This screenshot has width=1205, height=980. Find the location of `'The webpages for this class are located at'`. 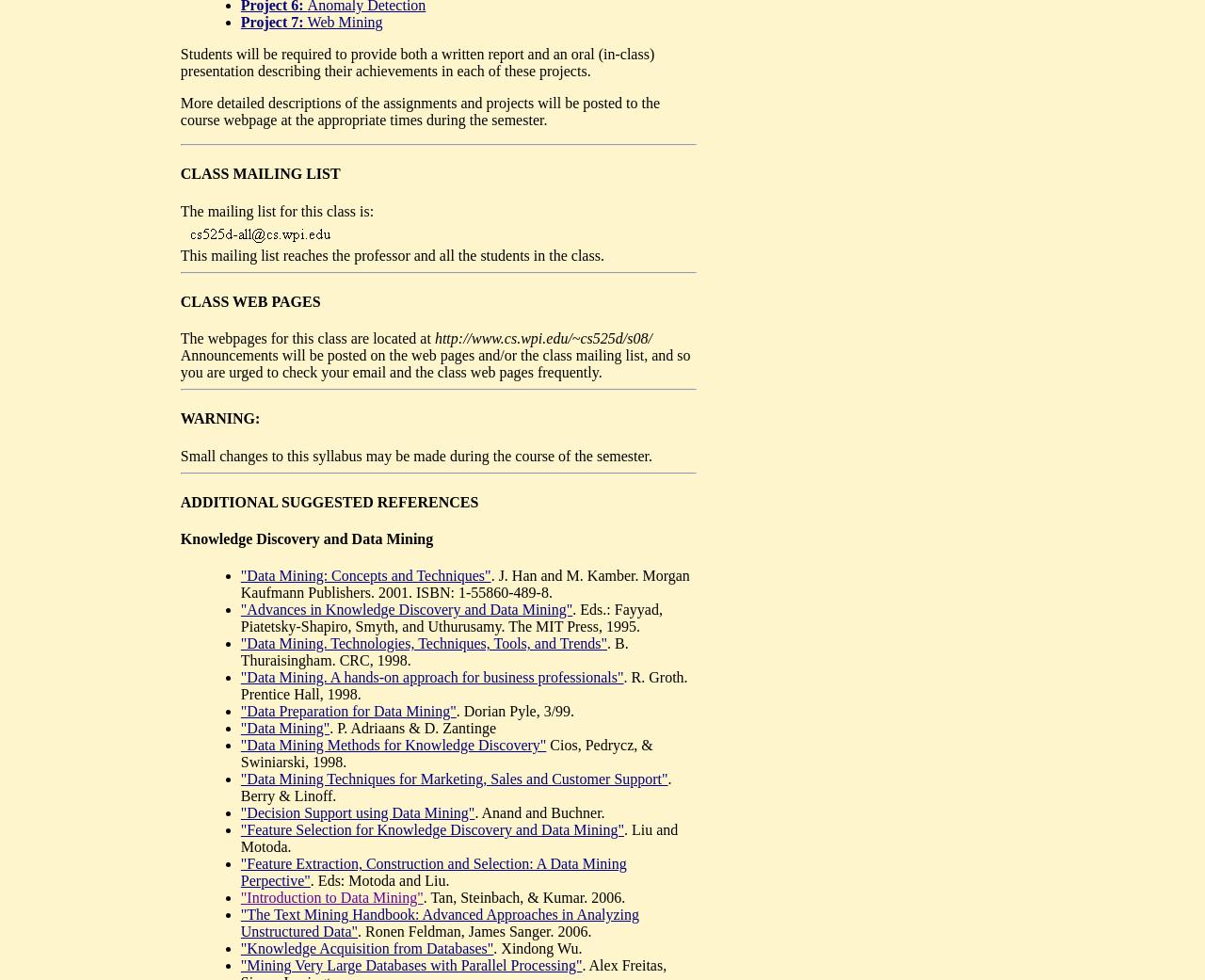

'The webpages for this class are located at' is located at coordinates (179, 338).